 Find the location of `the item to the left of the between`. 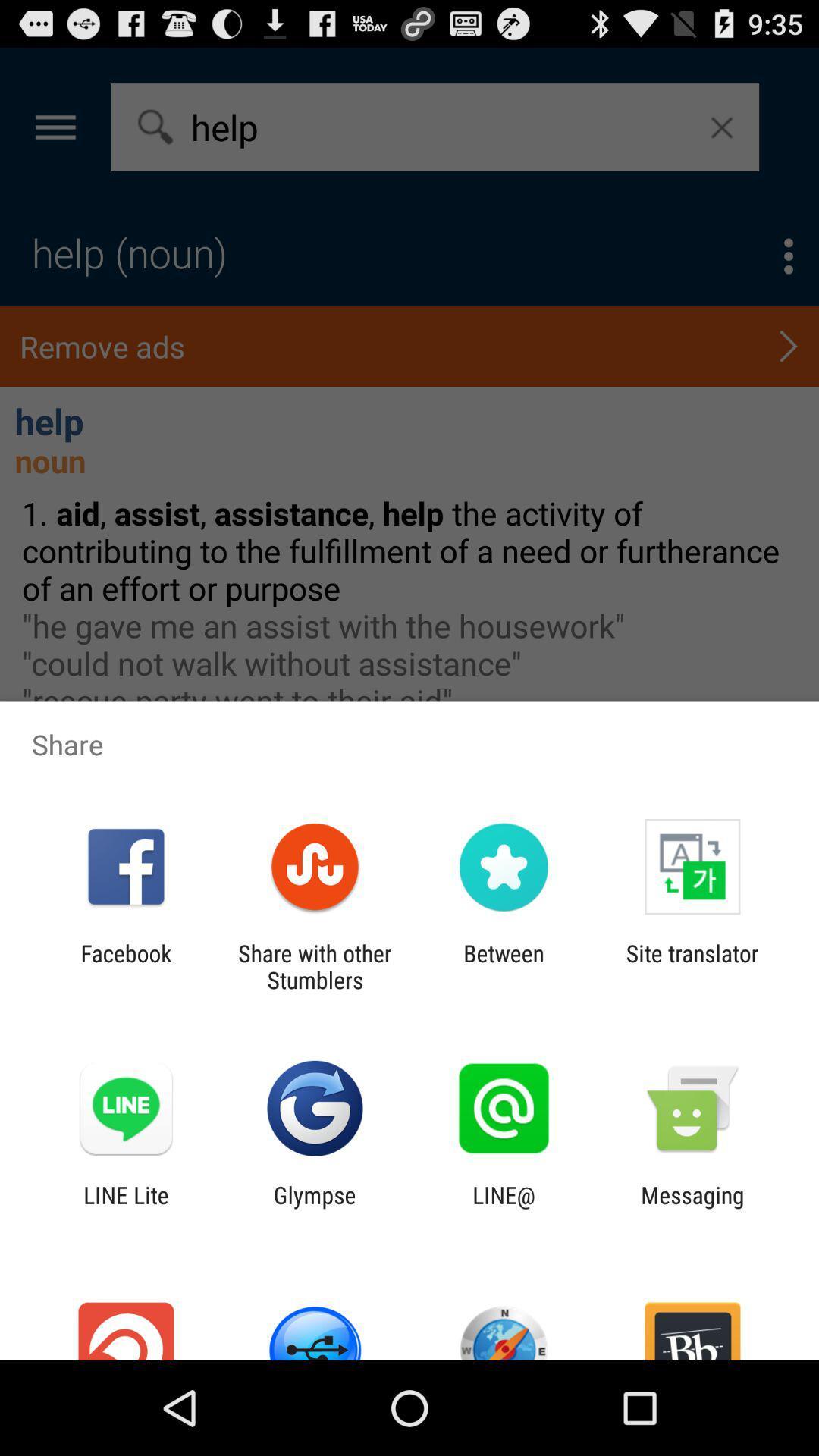

the item to the left of the between is located at coordinates (314, 966).